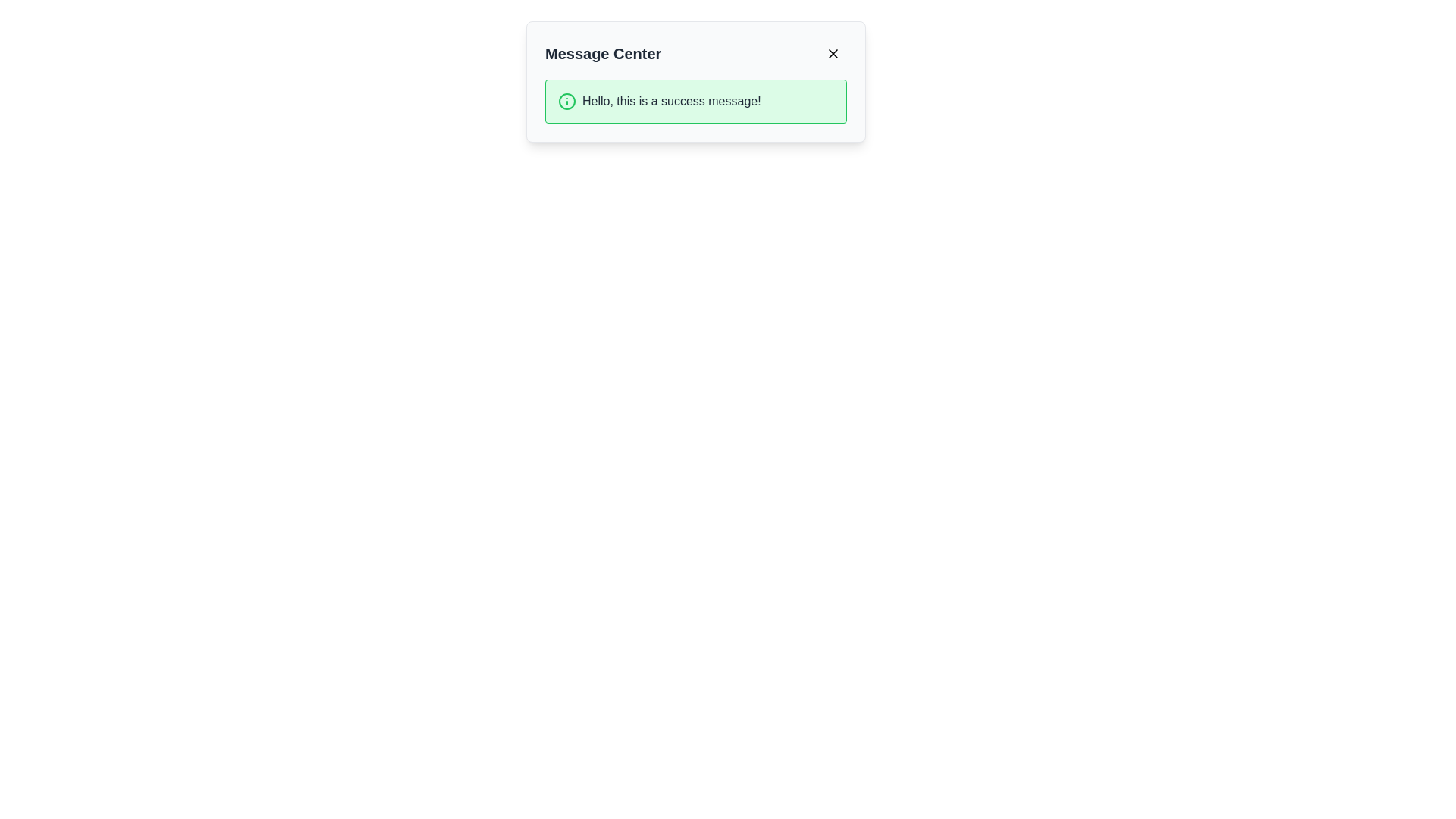 Image resolution: width=1456 pixels, height=819 pixels. Describe the element at coordinates (833, 52) in the screenshot. I see `the circular button with an 'X' icon located at the top-right of the 'Message Center' header` at that location.